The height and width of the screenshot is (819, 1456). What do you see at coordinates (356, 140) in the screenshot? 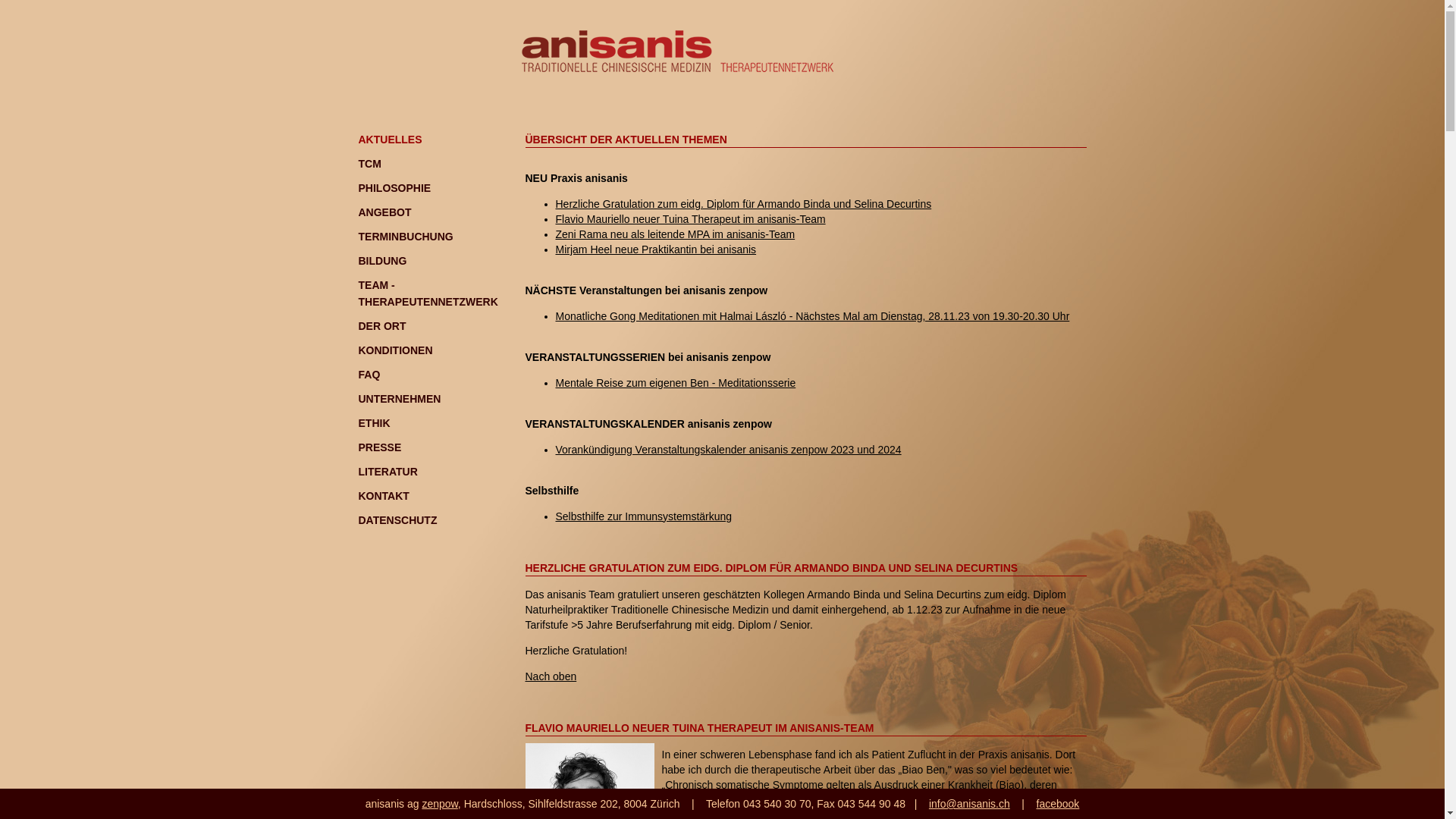
I see `'AKTUELLES'` at bounding box center [356, 140].